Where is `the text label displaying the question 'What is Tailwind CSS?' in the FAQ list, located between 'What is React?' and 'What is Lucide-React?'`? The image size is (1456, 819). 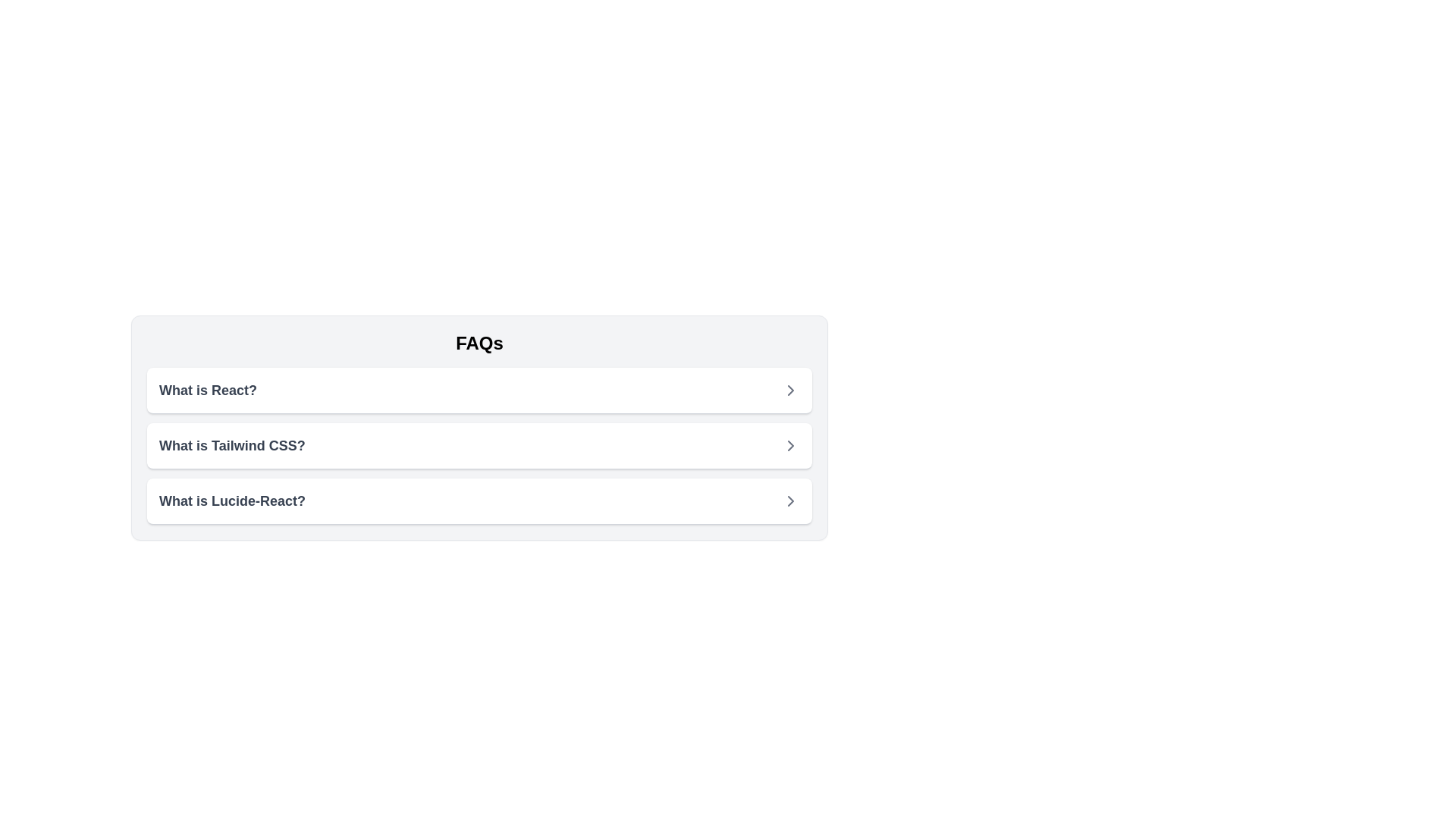
the text label displaying the question 'What is Tailwind CSS?' in the FAQ list, located between 'What is React?' and 'What is Lucide-React?' is located at coordinates (231, 444).